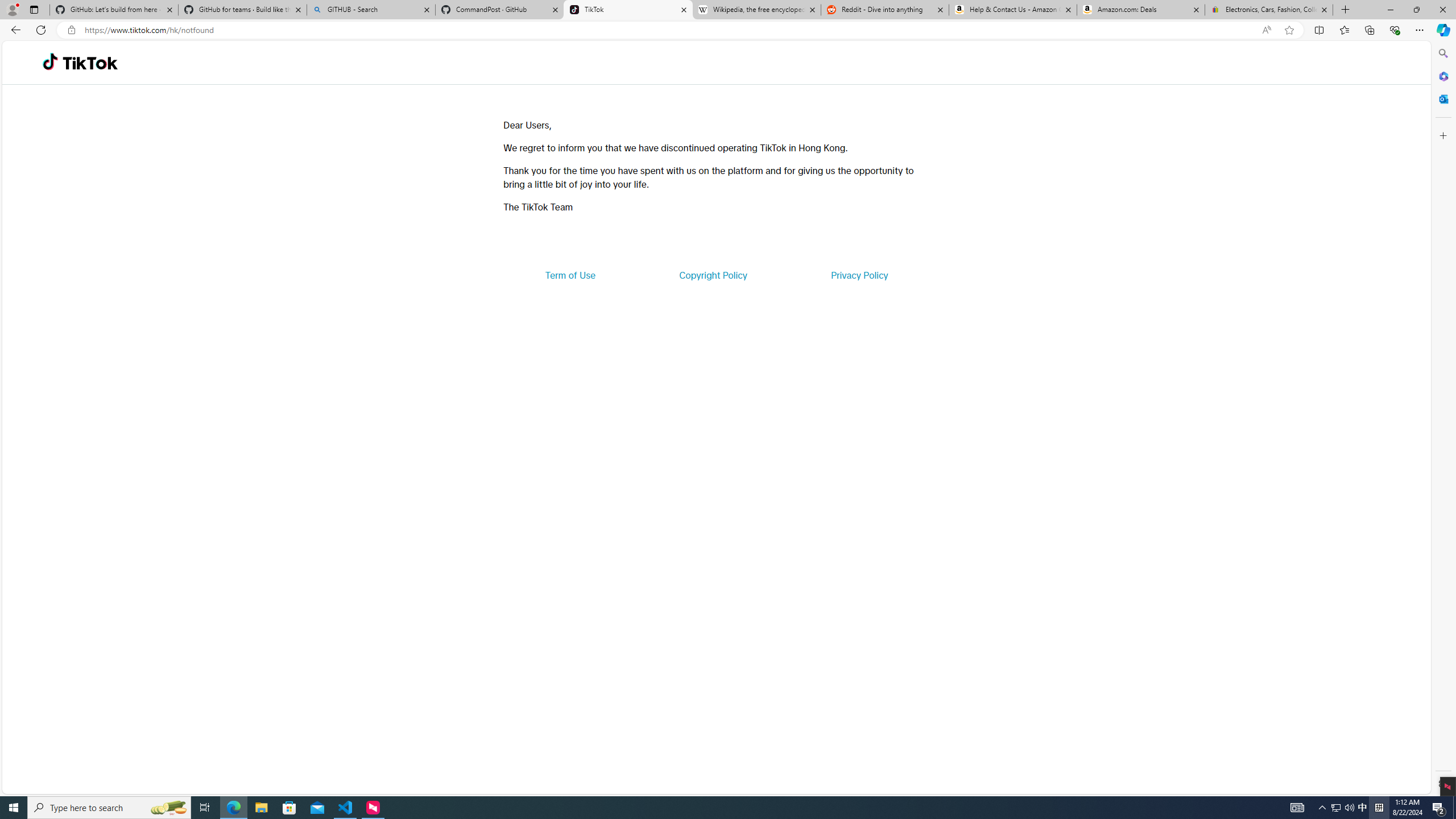  Describe the element at coordinates (570, 274) in the screenshot. I see `'Term of Use'` at that location.